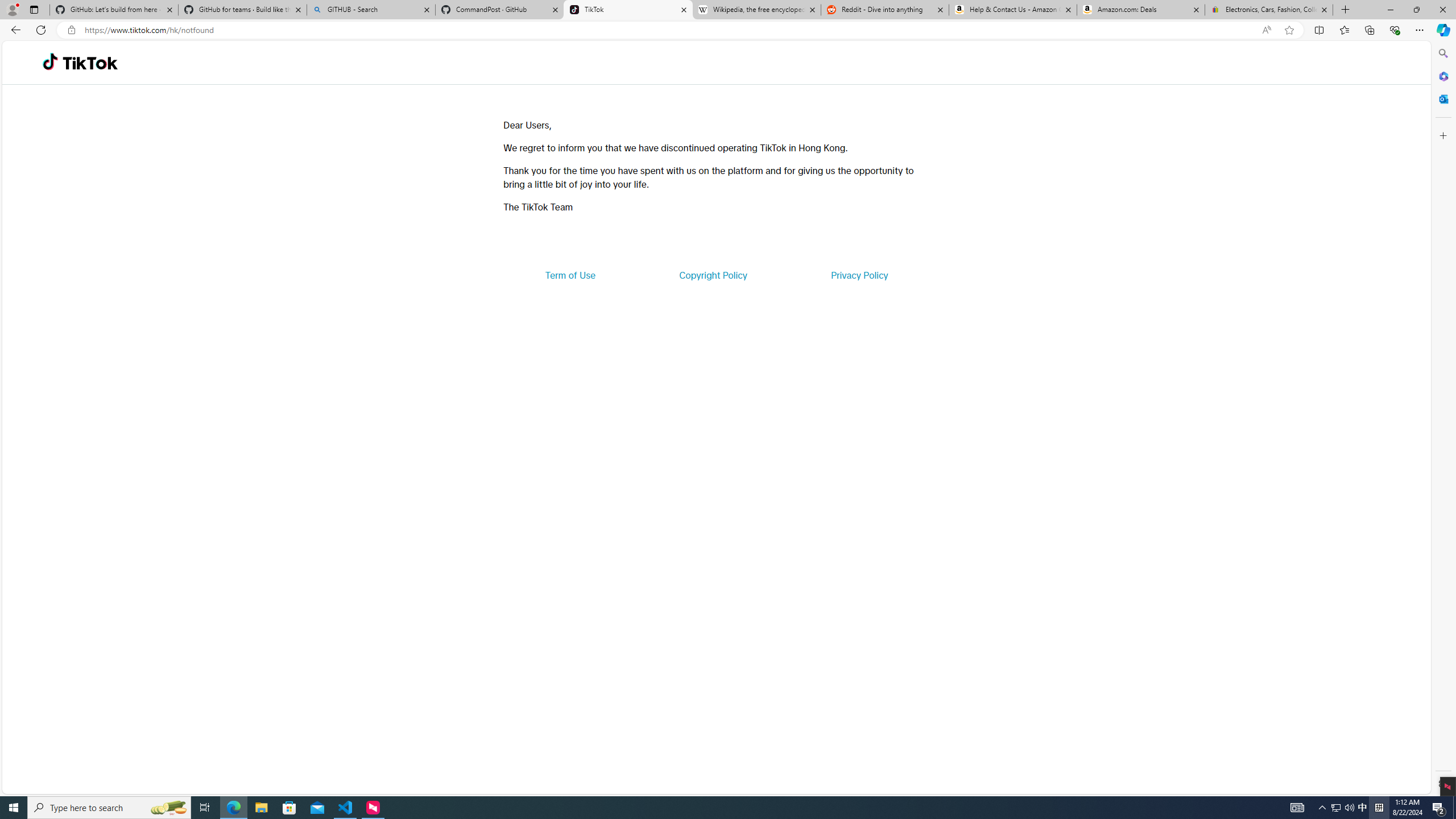  Describe the element at coordinates (570, 274) in the screenshot. I see `'Term of Use'` at that location.